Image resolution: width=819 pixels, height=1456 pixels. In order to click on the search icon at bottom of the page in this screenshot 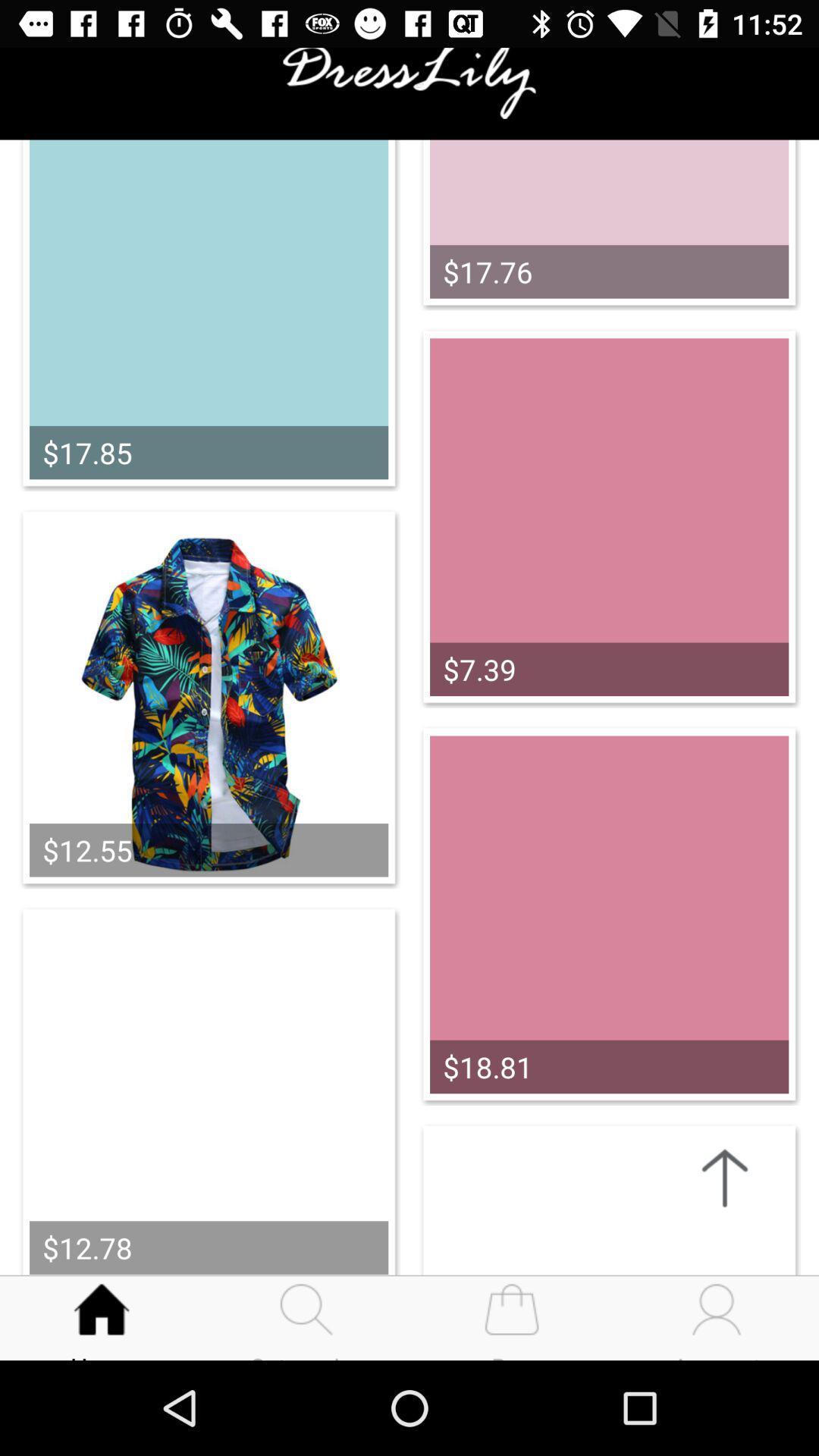, I will do `click(307, 1302)`.